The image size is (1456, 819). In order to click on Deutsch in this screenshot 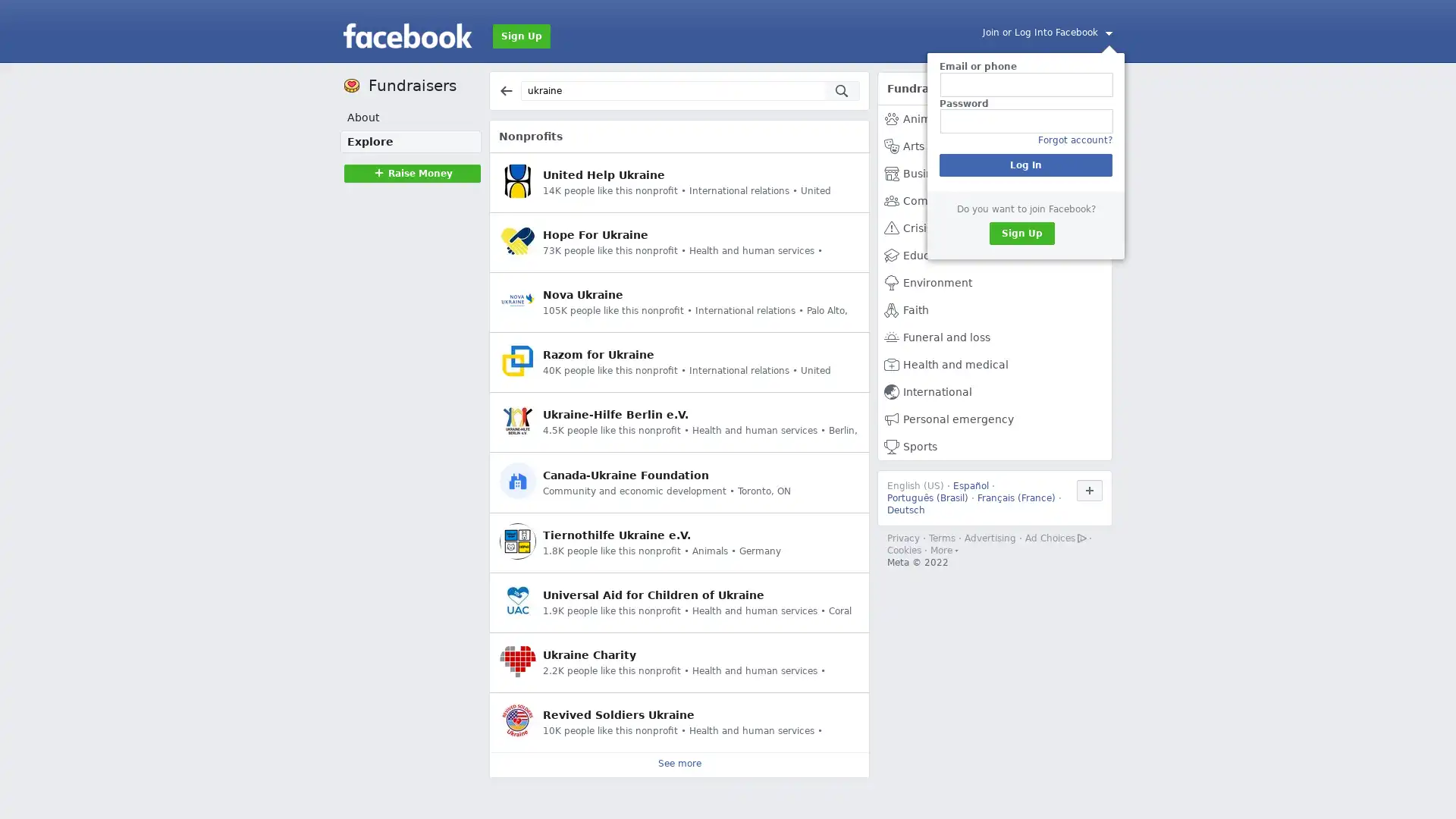, I will do `click(906, 510)`.